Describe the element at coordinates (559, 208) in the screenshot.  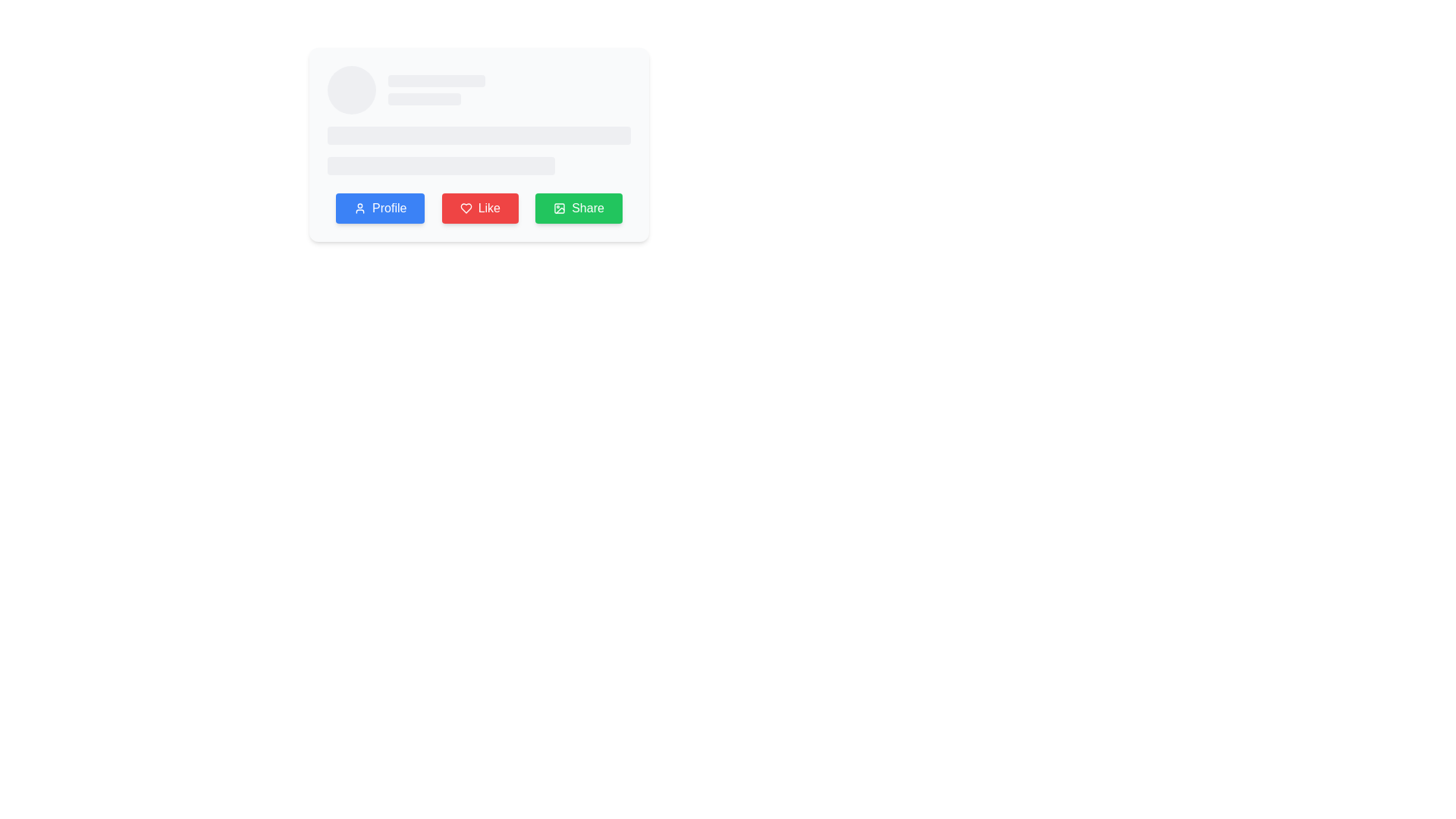
I see `the icon representing sharing actions located at the center of the 'Share' button, which is situated to the right of a group of three buttons beneath a user card interface` at that location.